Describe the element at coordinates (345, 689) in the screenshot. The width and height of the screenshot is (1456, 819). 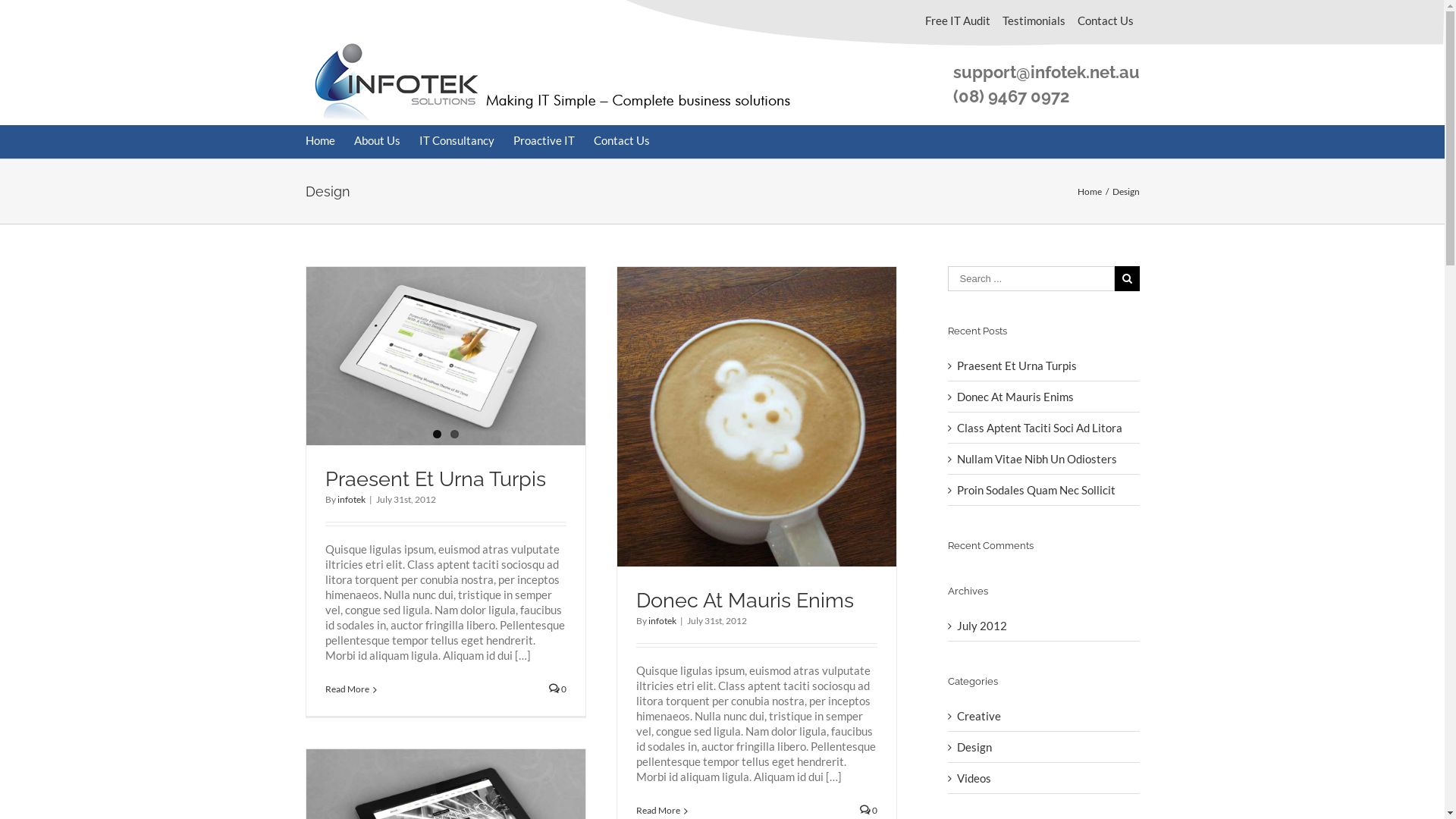
I see `'Read More'` at that location.